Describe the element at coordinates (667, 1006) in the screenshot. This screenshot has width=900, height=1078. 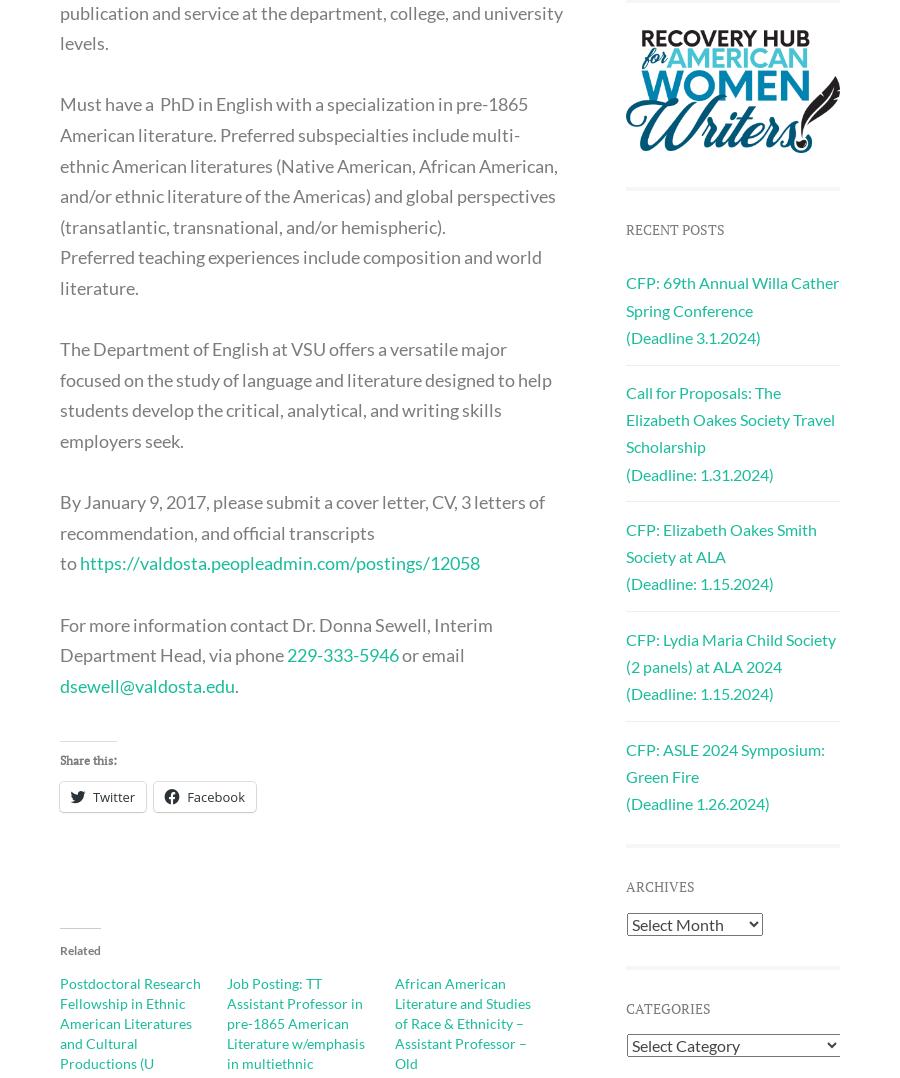
I see `'Categories'` at that location.